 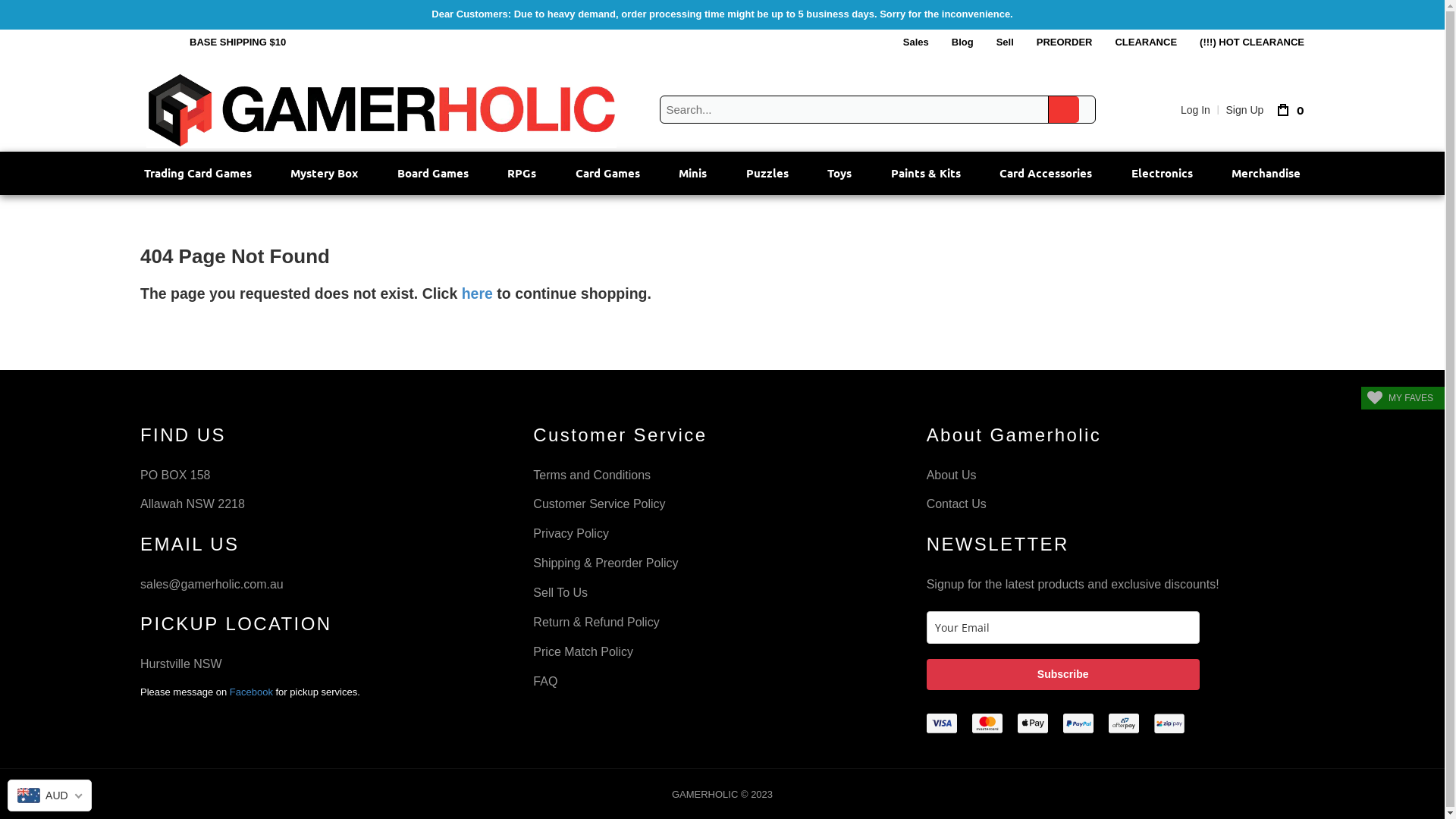 I want to click on 'Electronics', so click(x=1161, y=172).